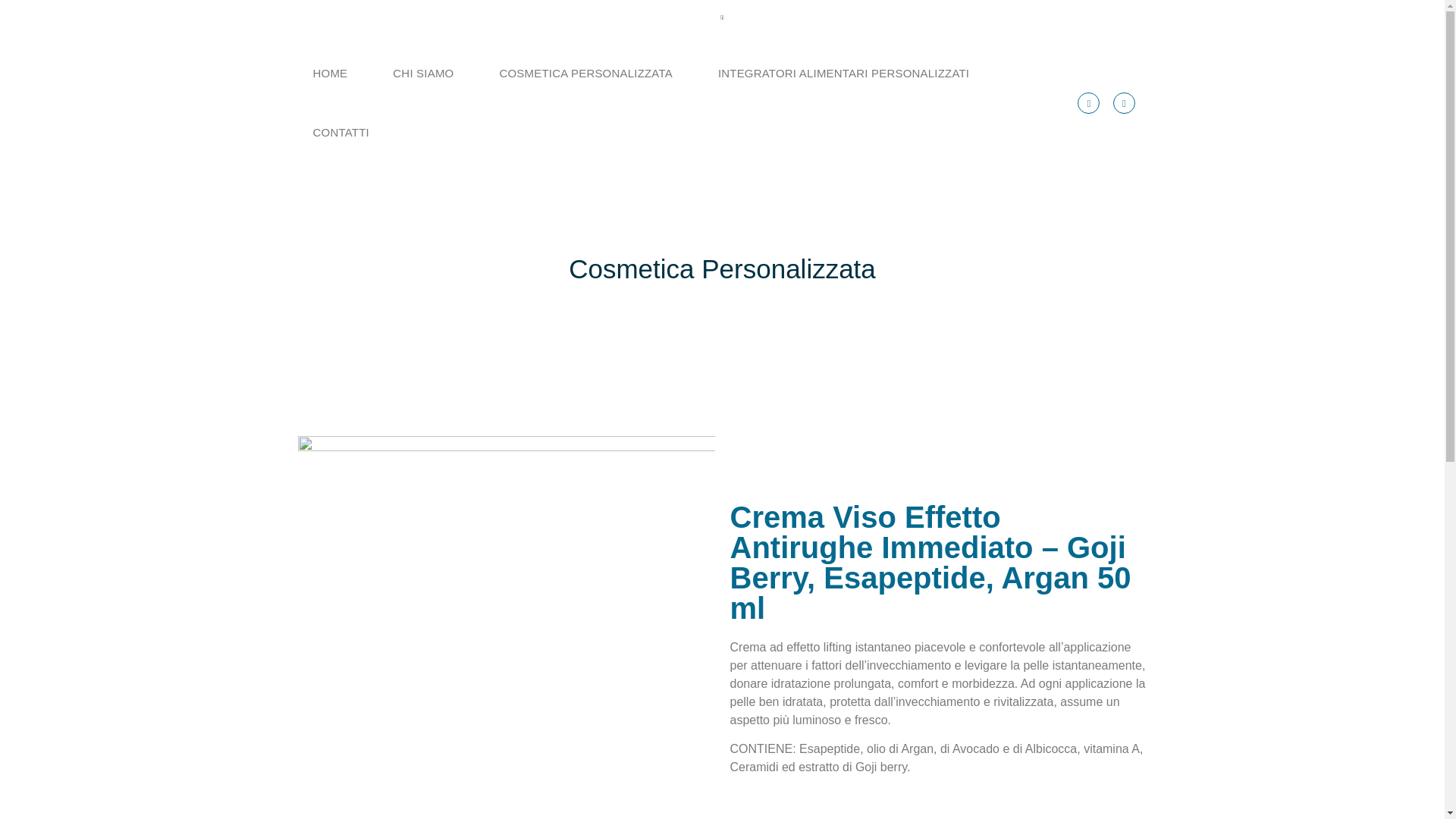 Image resolution: width=1456 pixels, height=819 pixels. Describe the element at coordinates (585, 73) in the screenshot. I see `'COSMETICA PERSONALIZZATA'` at that location.